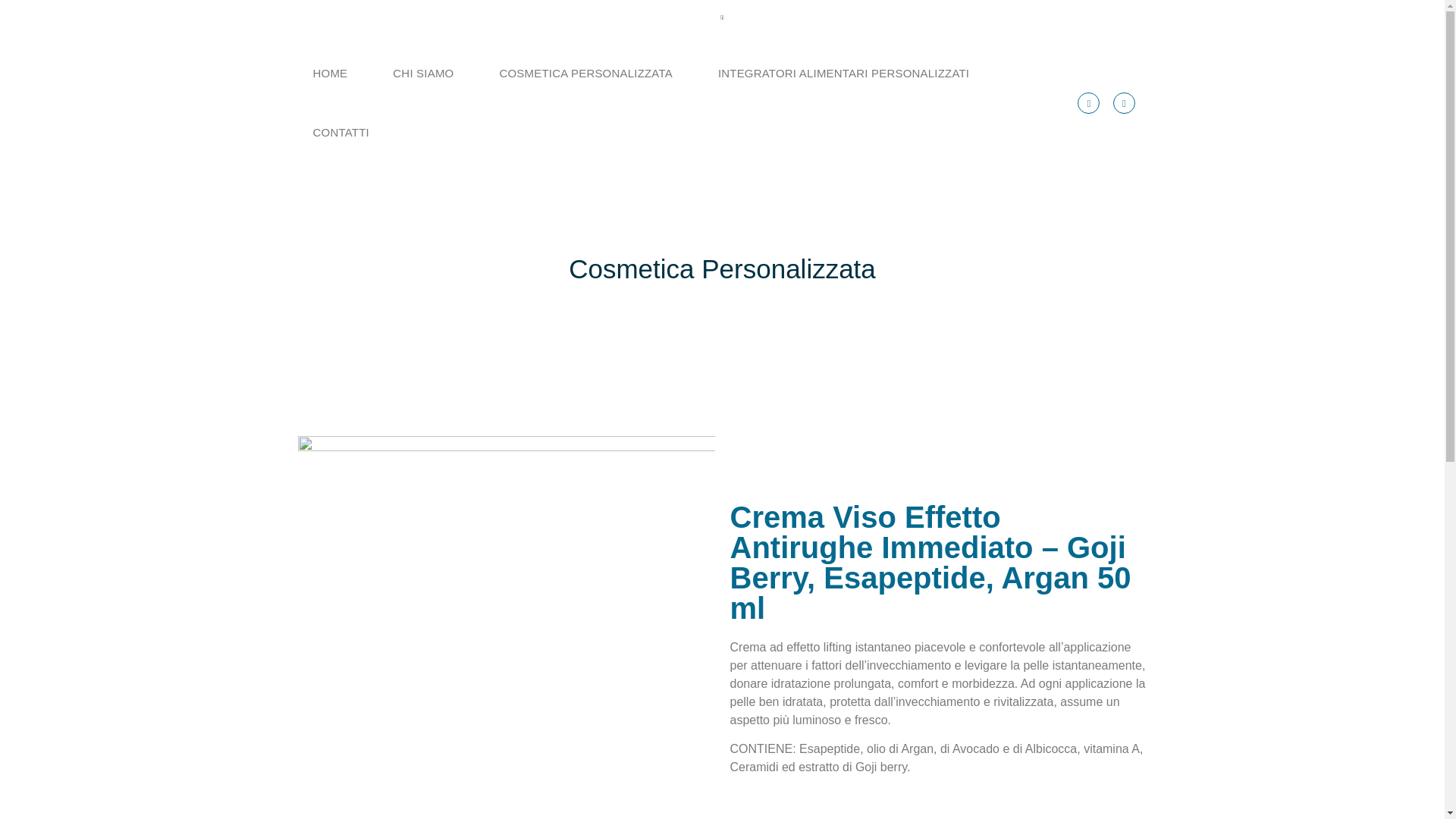 Image resolution: width=1456 pixels, height=819 pixels. Describe the element at coordinates (585, 73) in the screenshot. I see `'COSMETICA PERSONALIZZATA'` at that location.